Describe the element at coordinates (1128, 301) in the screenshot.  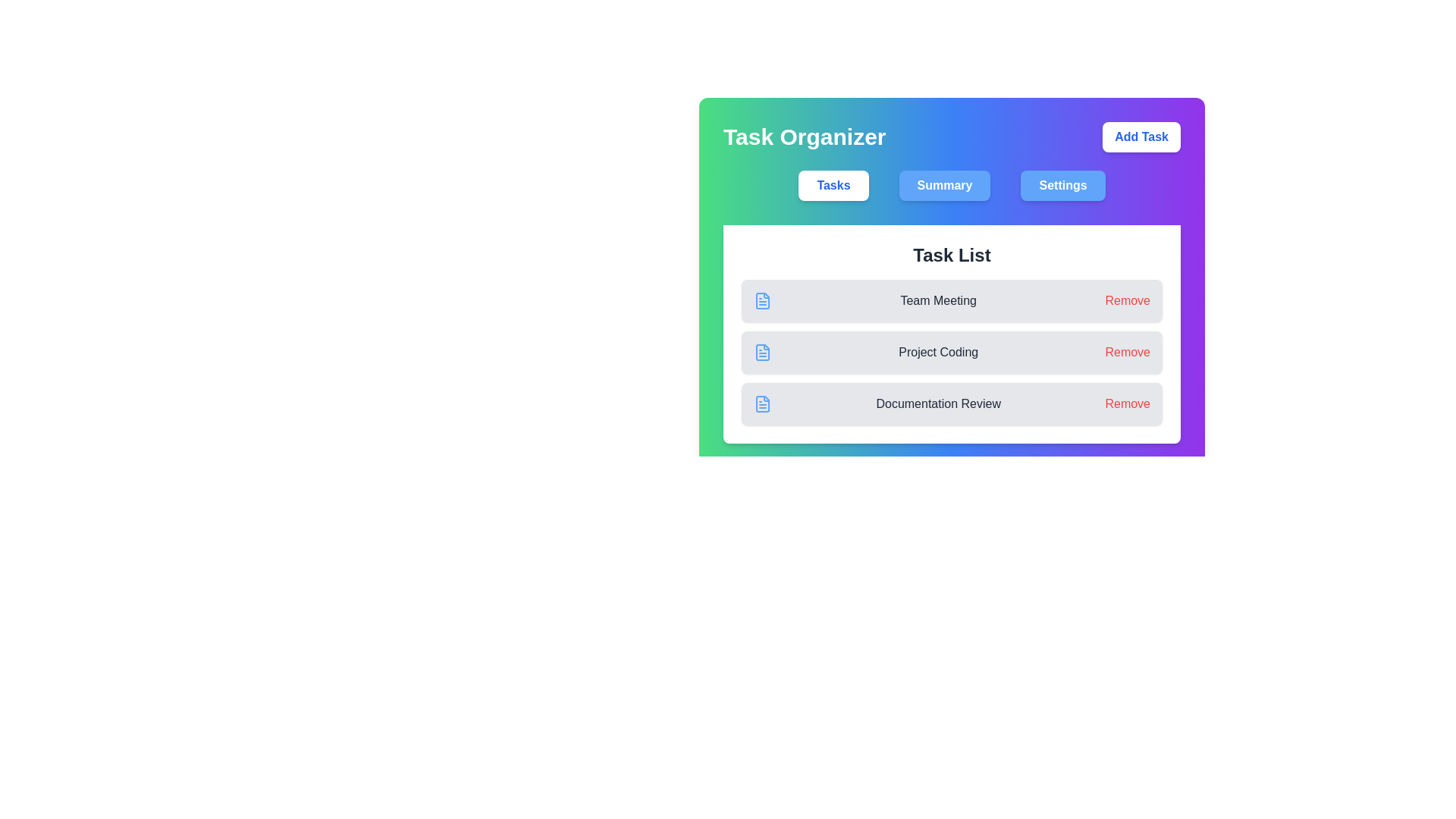
I see `the button-like textual label on the right side of the 'Team Meeting' task to initiate the removal of this task from the list` at that location.